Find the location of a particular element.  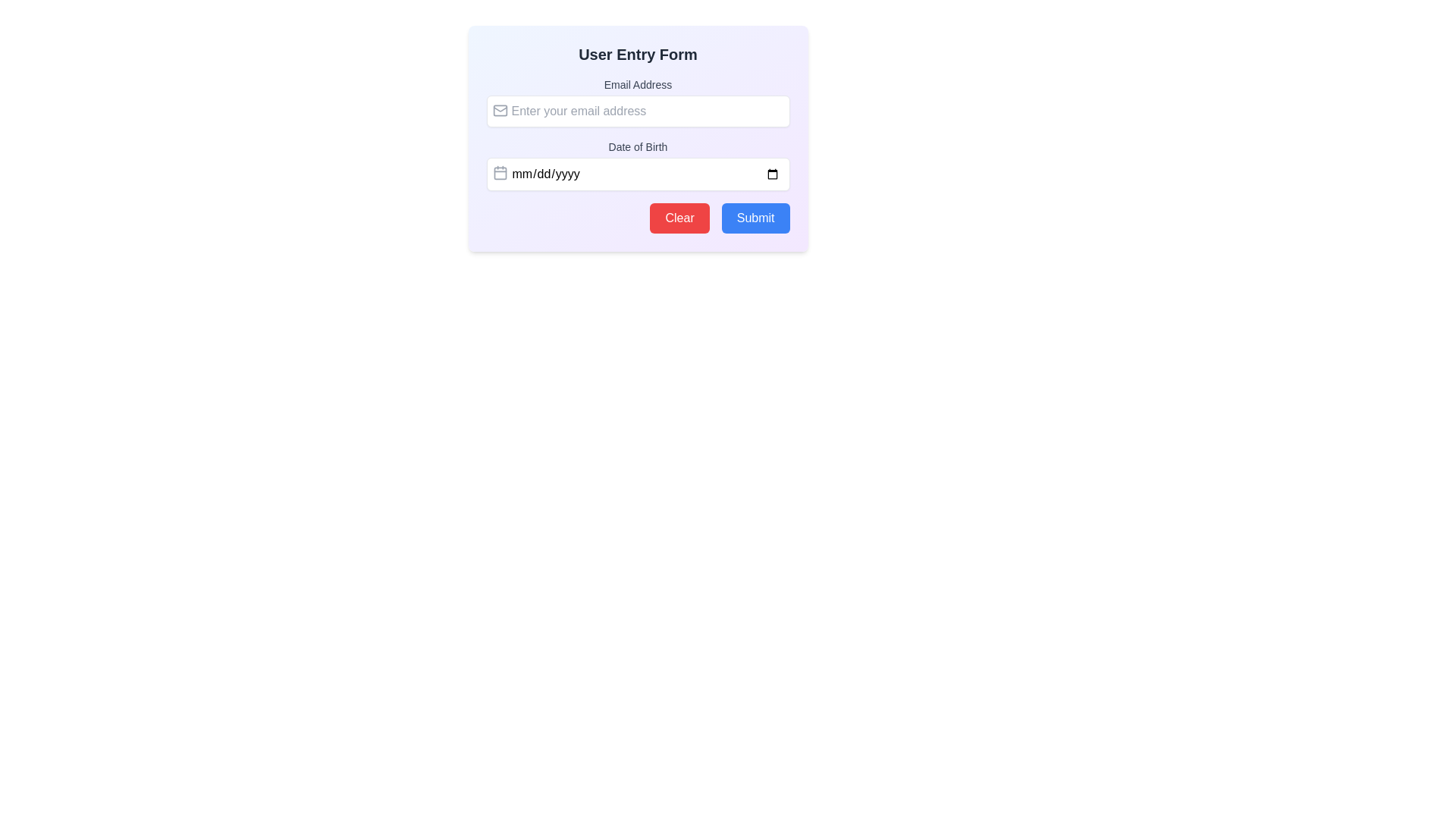

the calendar icon located to the immediate left of the 'Date of Birth' input field using accessibility tools is located at coordinates (500, 171).